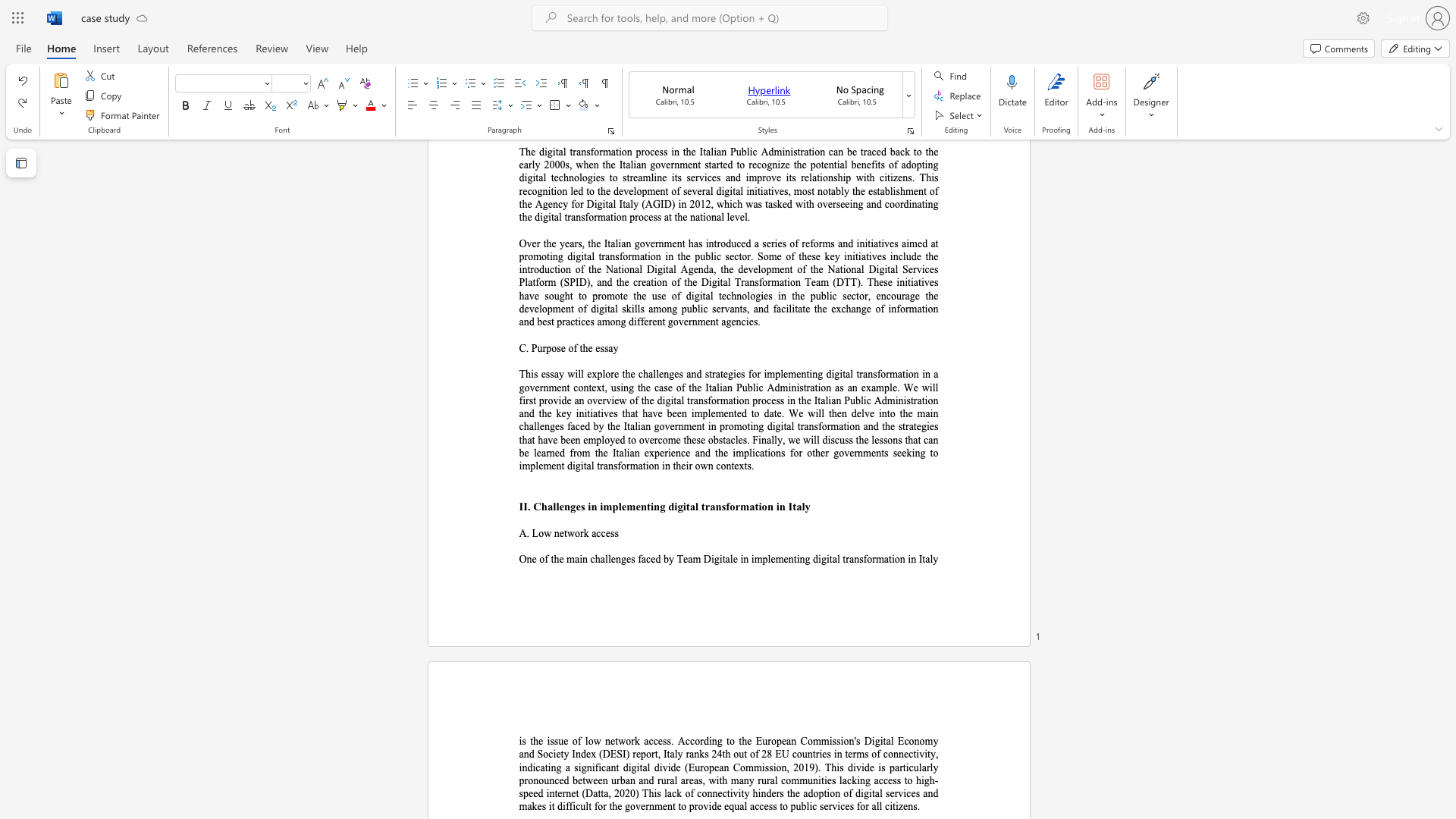 This screenshot has height=819, width=1456. What do you see at coordinates (574, 532) in the screenshot?
I see `the subset text "or" within the text "A. Low network access"` at bounding box center [574, 532].